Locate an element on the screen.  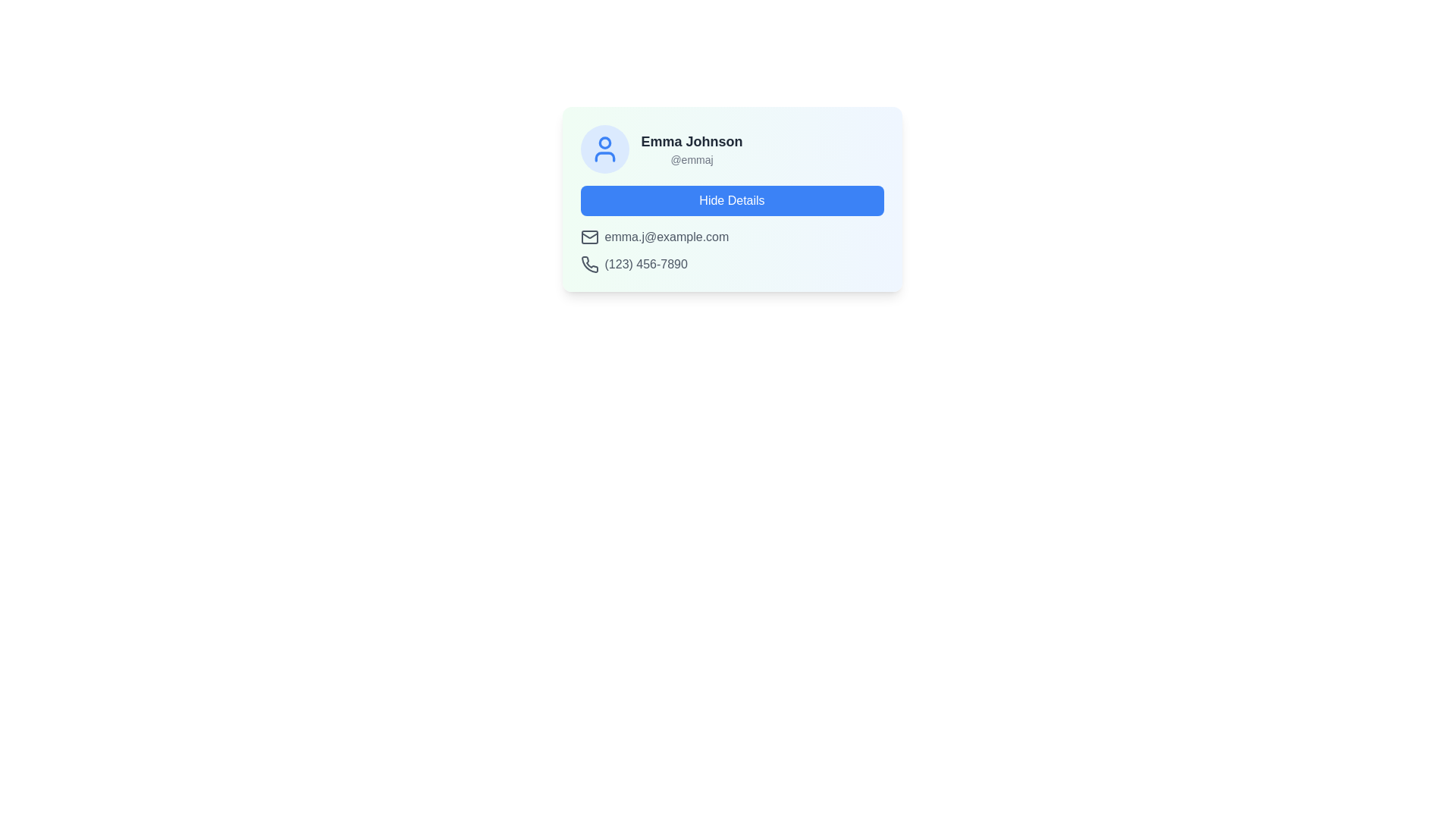
the static text element that displays the username associated with the individual 'Emma Johnson', located in the top-left corner of the card layout is located at coordinates (691, 160).